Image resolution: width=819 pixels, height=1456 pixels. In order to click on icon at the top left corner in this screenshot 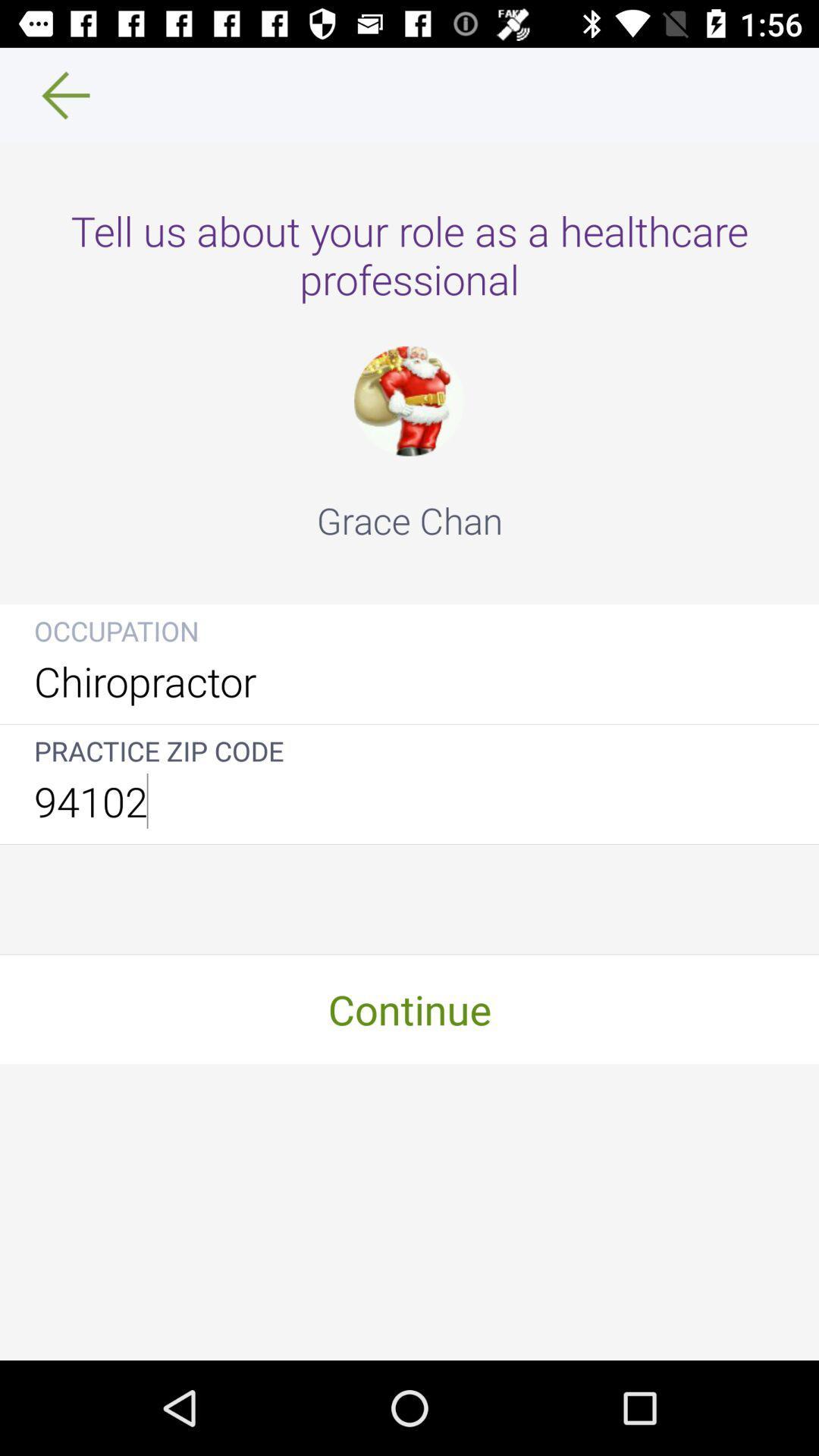, I will do `click(55, 94)`.